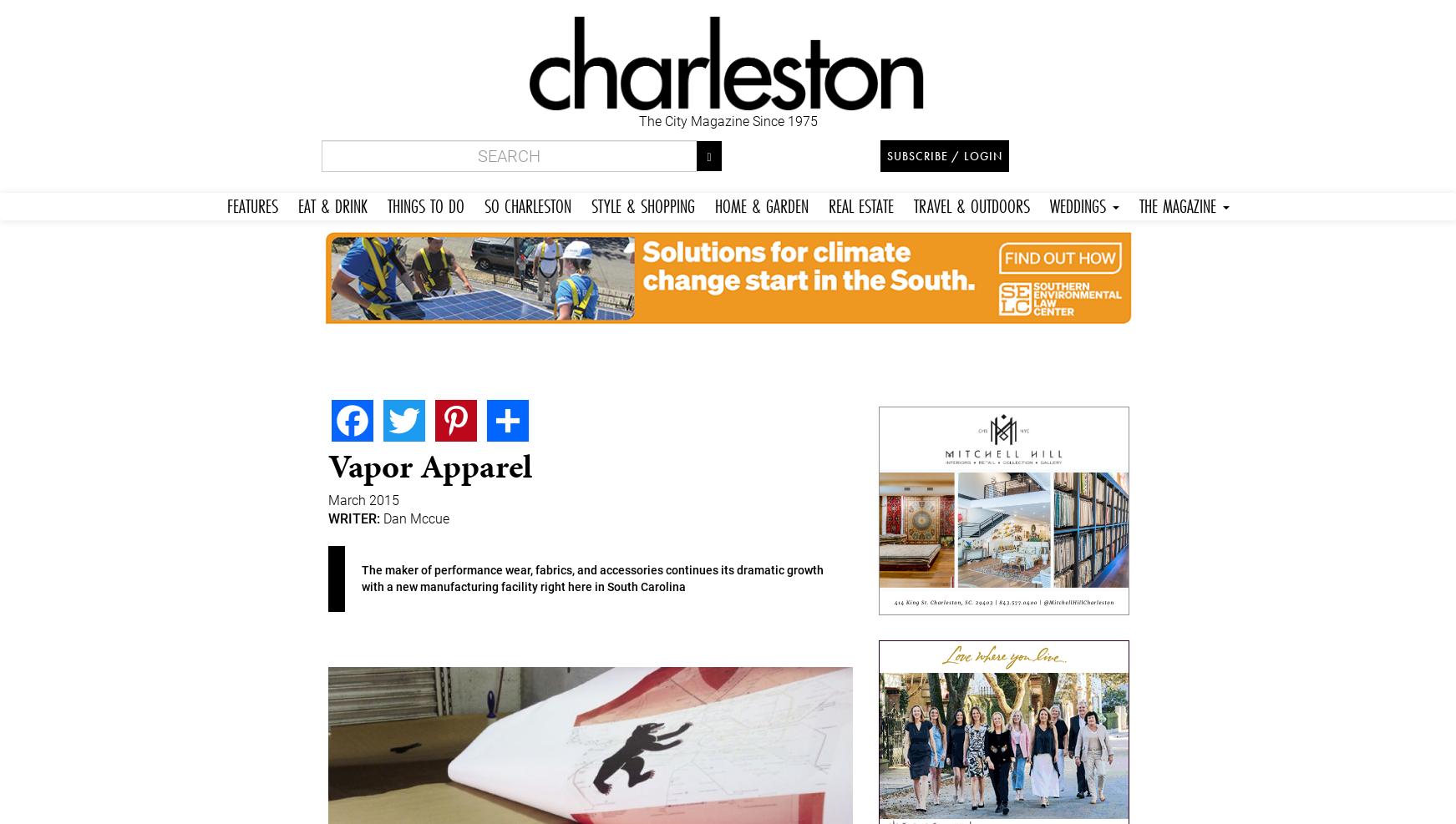  I want to click on 'March 2015', so click(363, 498).